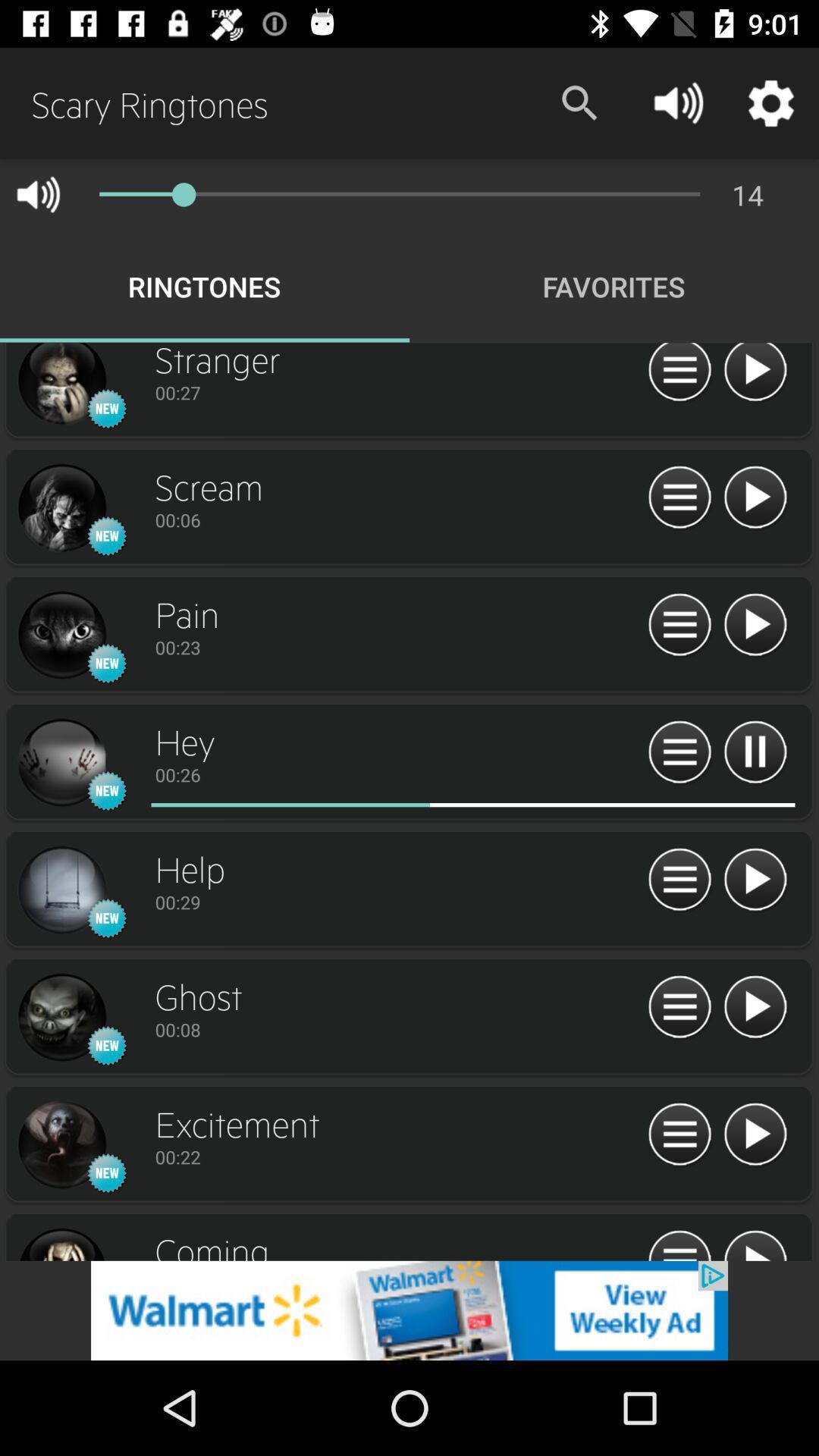 This screenshot has width=819, height=1456. Describe the element at coordinates (61, 385) in the screenshot. I see `artists page` at that location.